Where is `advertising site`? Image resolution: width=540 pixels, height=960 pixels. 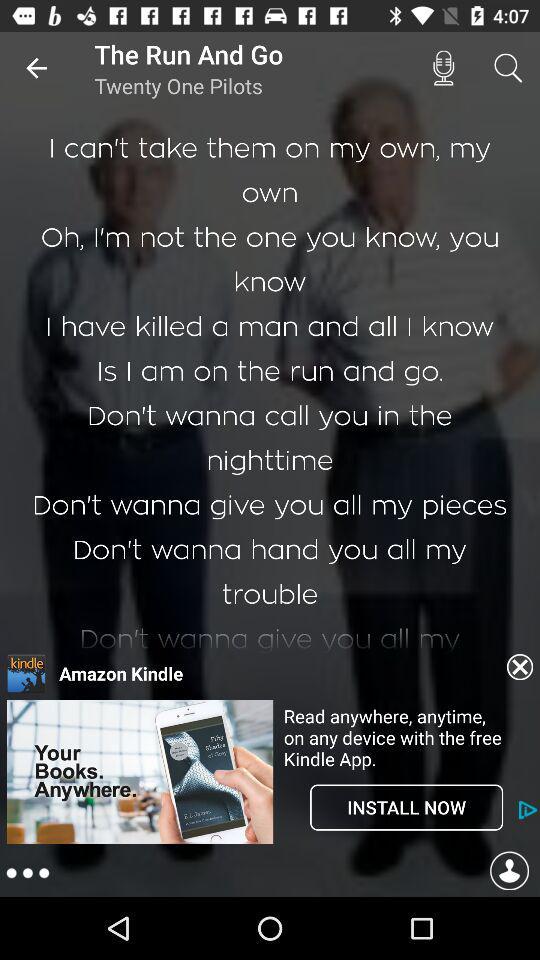
advertising site is located at coordinates (139, 841).